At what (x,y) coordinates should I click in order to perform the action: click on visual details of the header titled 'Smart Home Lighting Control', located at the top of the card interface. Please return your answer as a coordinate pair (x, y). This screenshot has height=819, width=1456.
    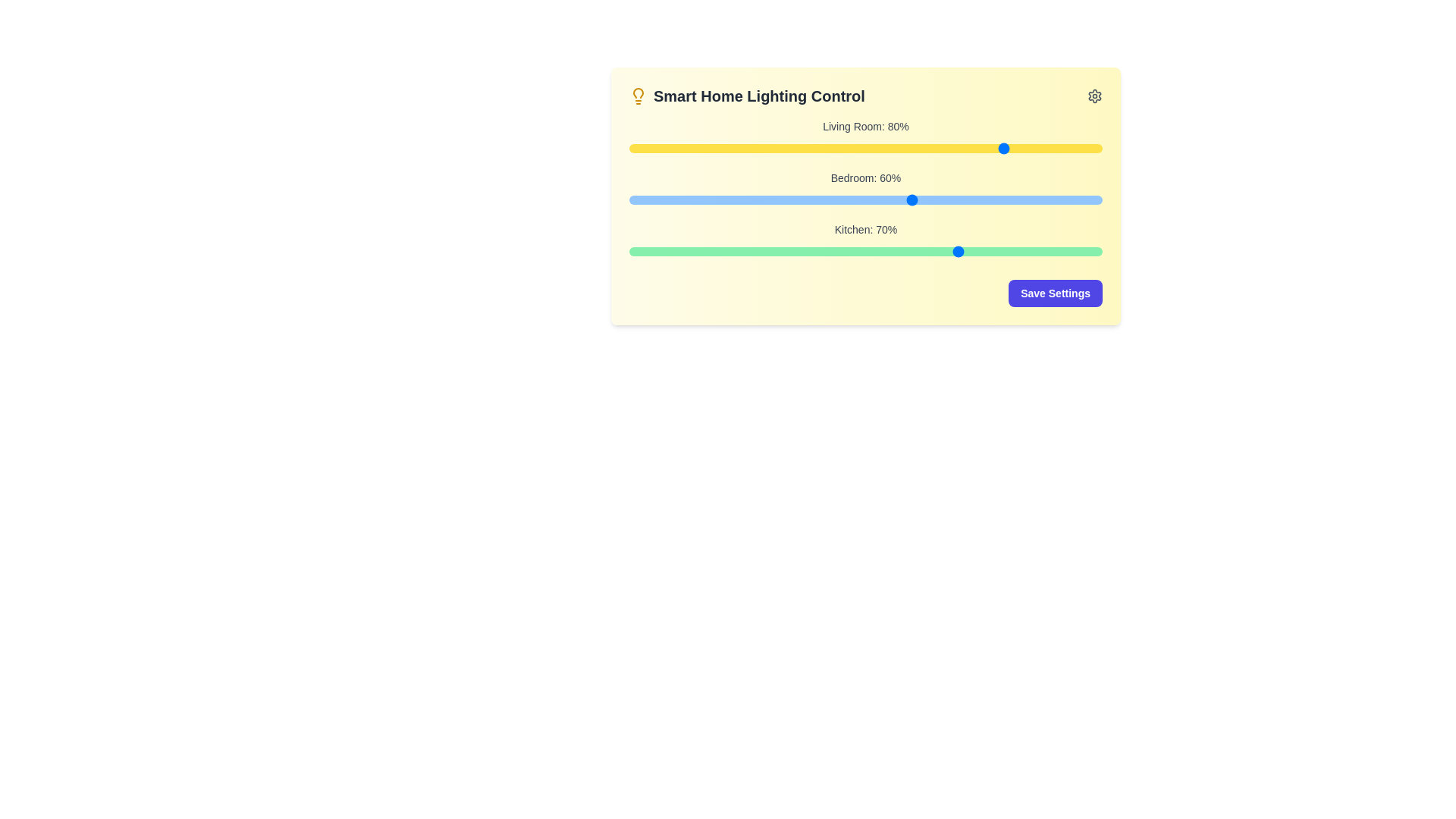
    Looking at the image, I should click on (866, 96).